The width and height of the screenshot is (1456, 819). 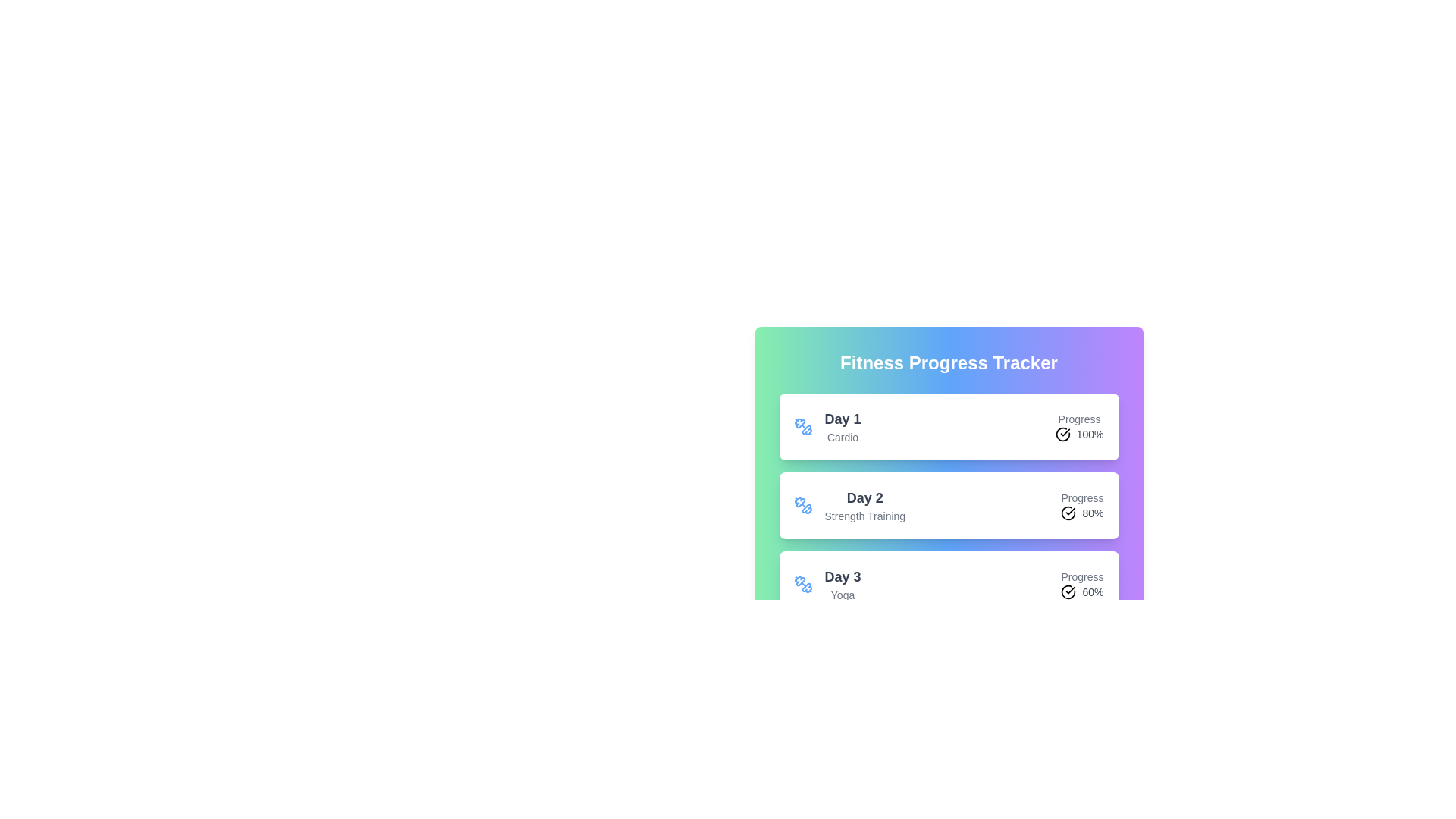 What do you see at coordinates (1081, 506) in the screenshot?
I see `the progress indicator for Day 2` at bounding box center [1081, 506].